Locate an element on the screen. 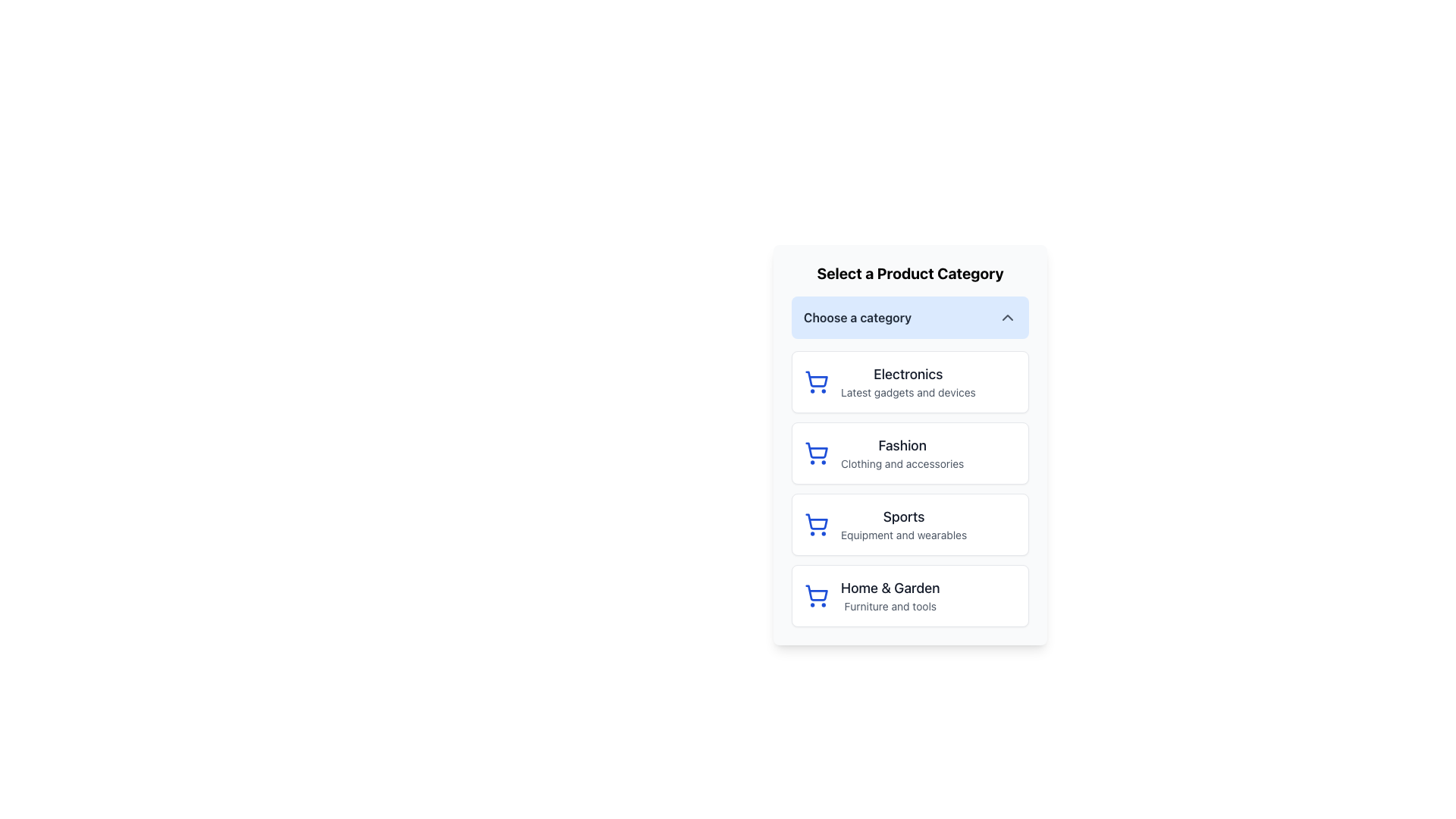  the 'Electronics' text display element, which is the first card in the 'Select a Product Category' panel is located at coordinates (908, 381).